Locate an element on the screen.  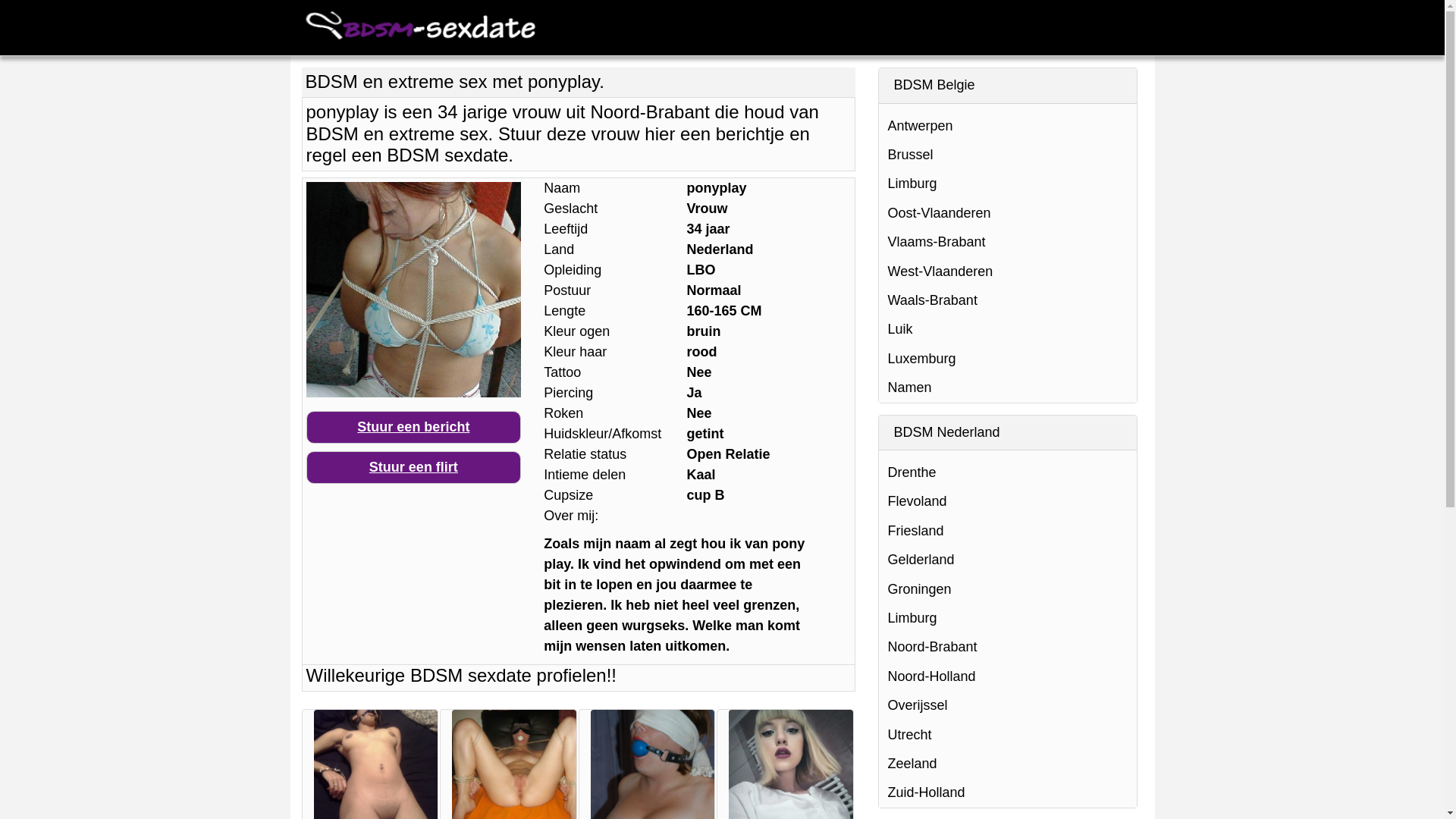
'Stuur een flirt' is located at coordinates (413, 466).